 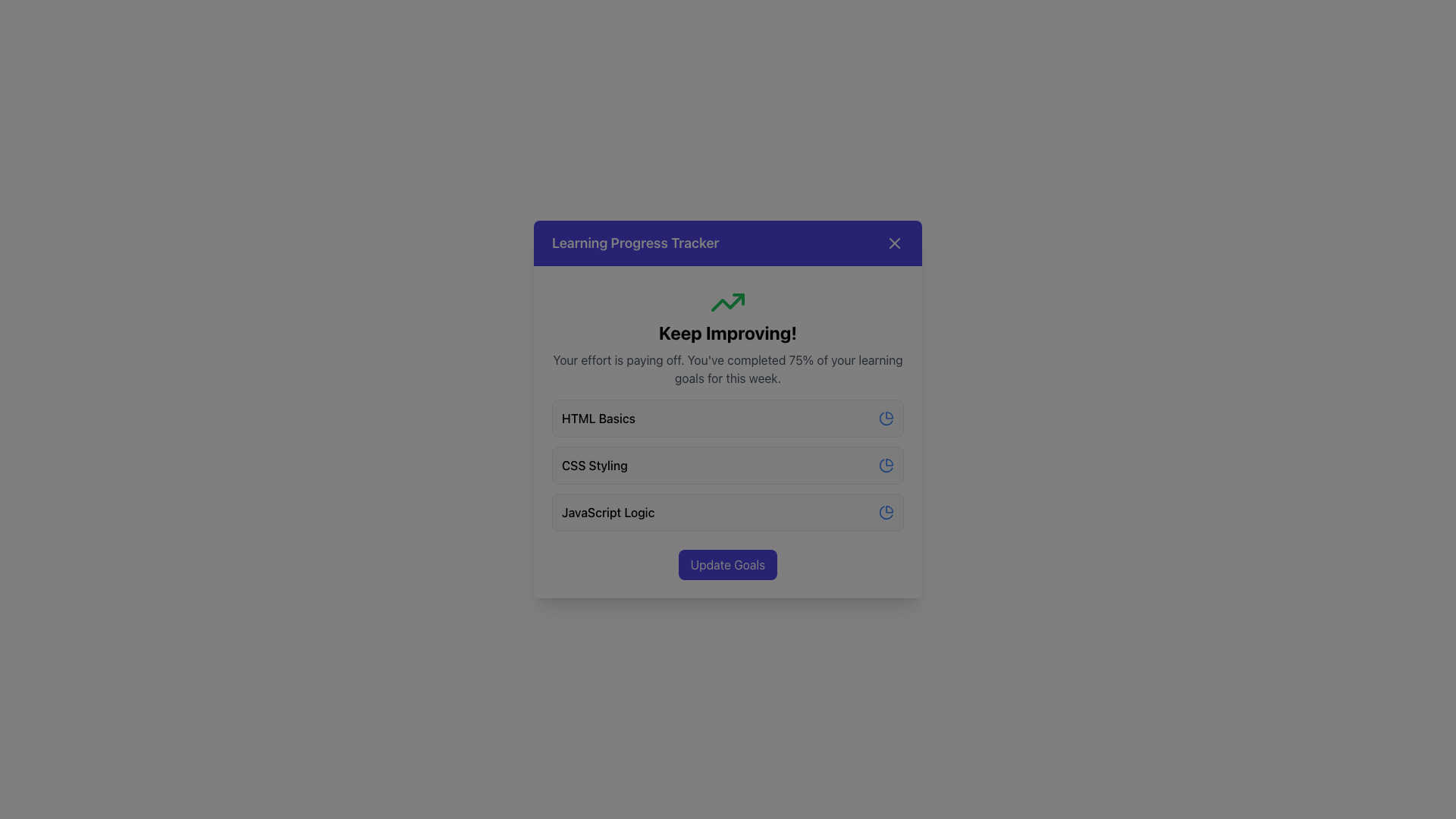 What do you see at coordinates (728, 302) in the screenshot?
I see `the green upward trend arrow icon located above the 'Keep Improving!' text and below the 'Learning Progress Tracker' title` at bounding box center [728, 302].